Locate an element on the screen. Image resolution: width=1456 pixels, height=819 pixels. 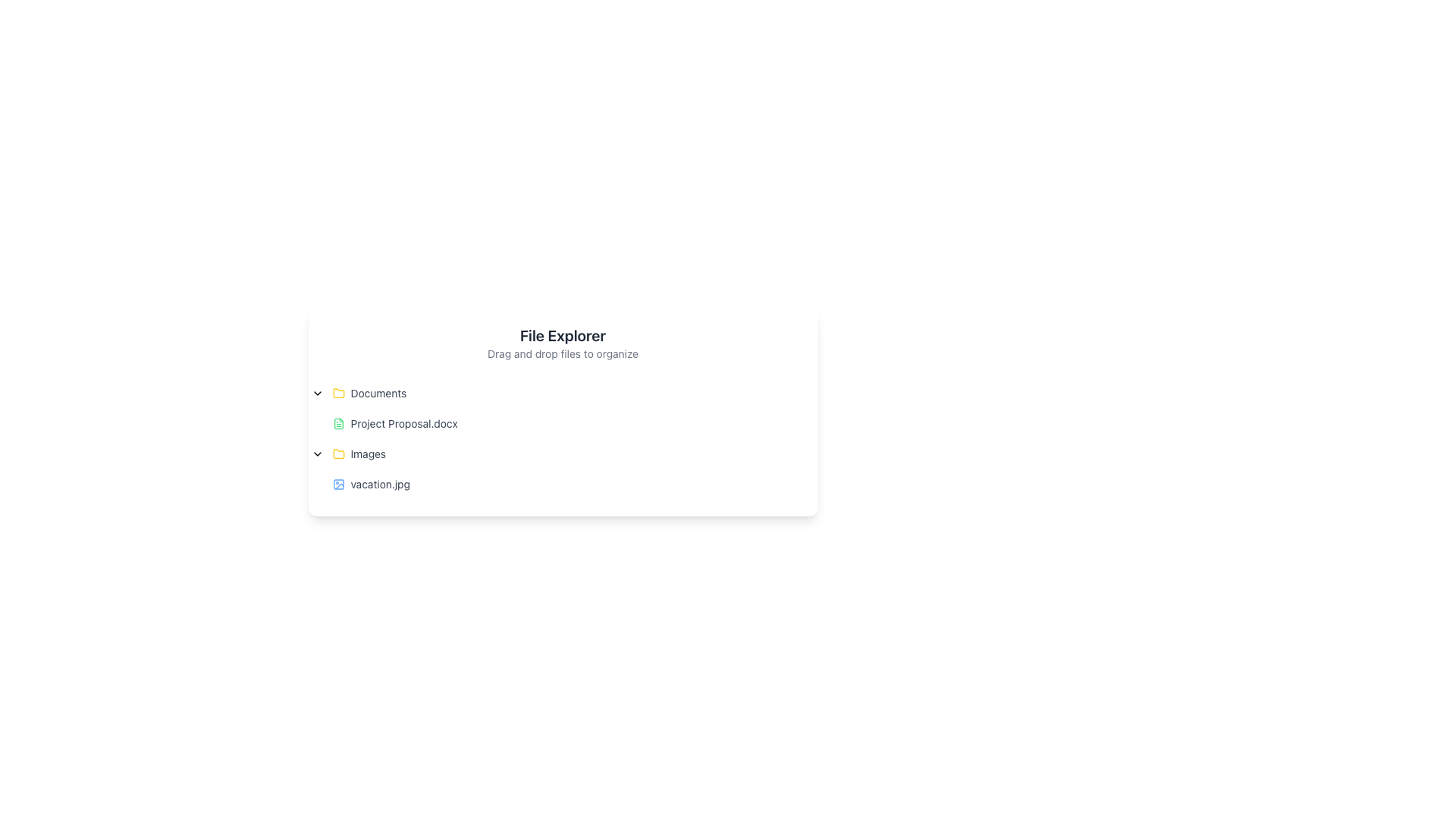
the 'Project Proposal.docx' file item is located at coordinates (551, 424).